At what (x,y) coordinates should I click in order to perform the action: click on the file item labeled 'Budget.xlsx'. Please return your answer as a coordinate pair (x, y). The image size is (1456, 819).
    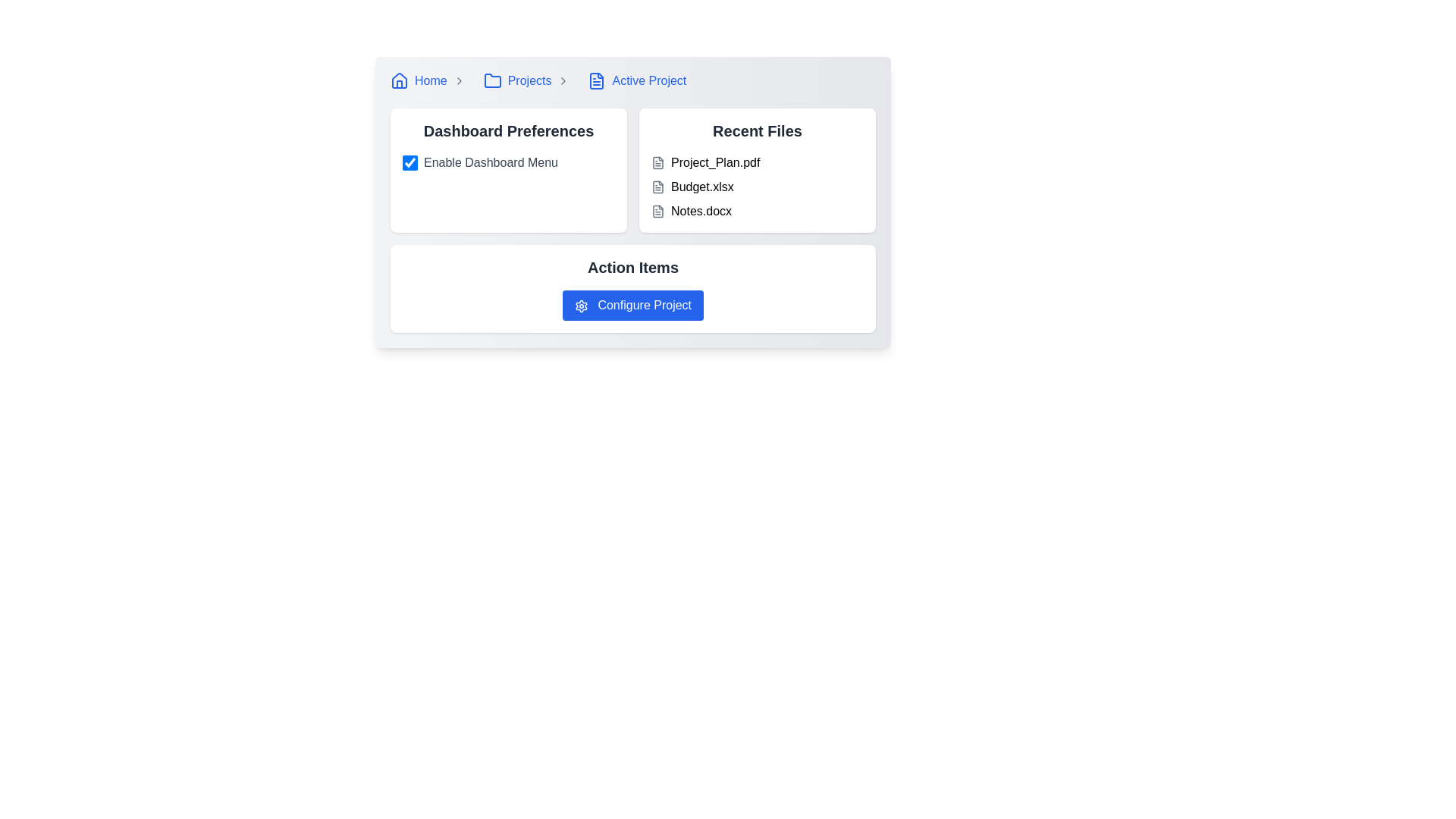
    Looking at the image, I should click on (757, 186).